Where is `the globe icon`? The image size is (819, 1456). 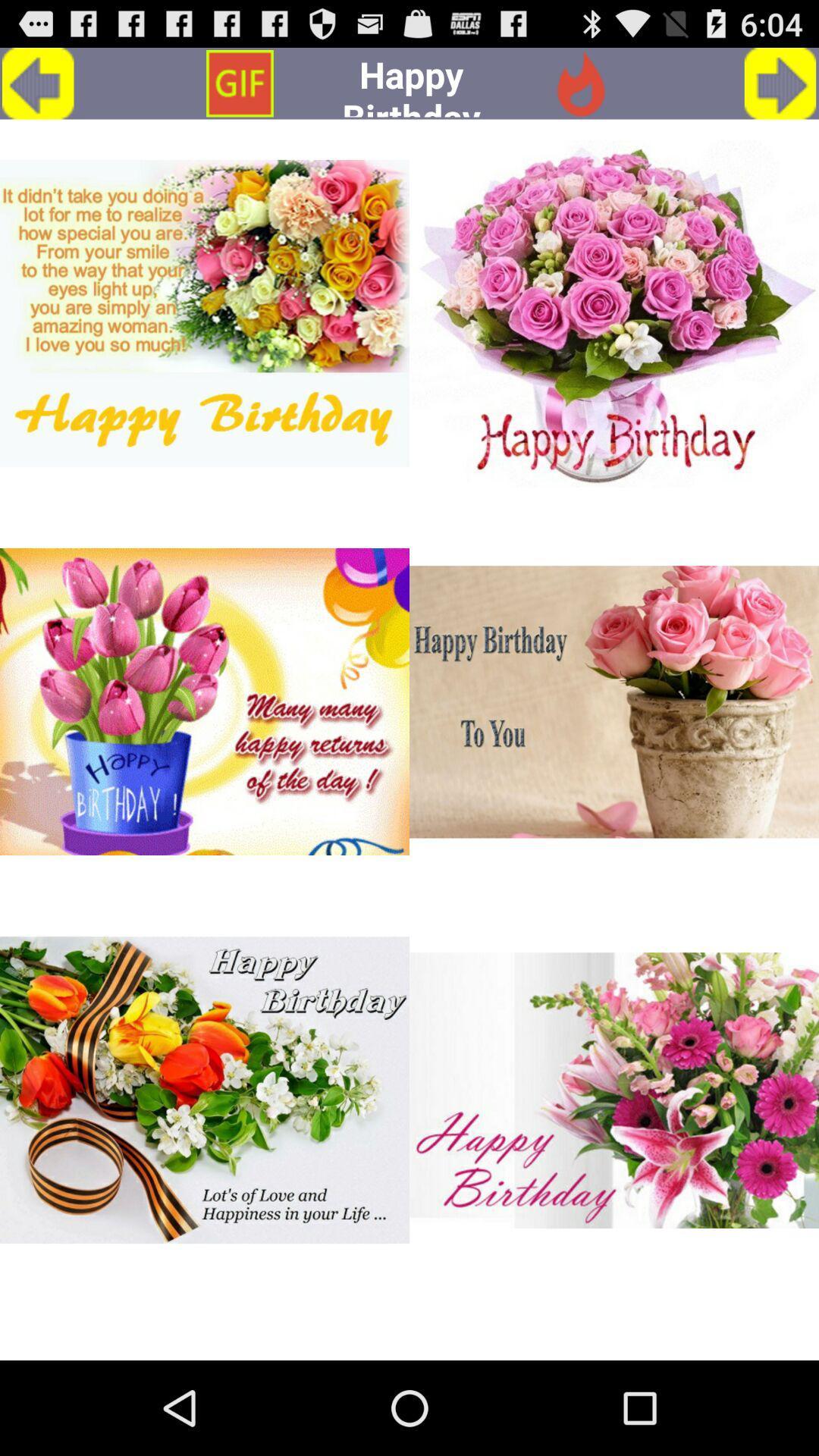
the globe icon is located at coordinates (239, 89).